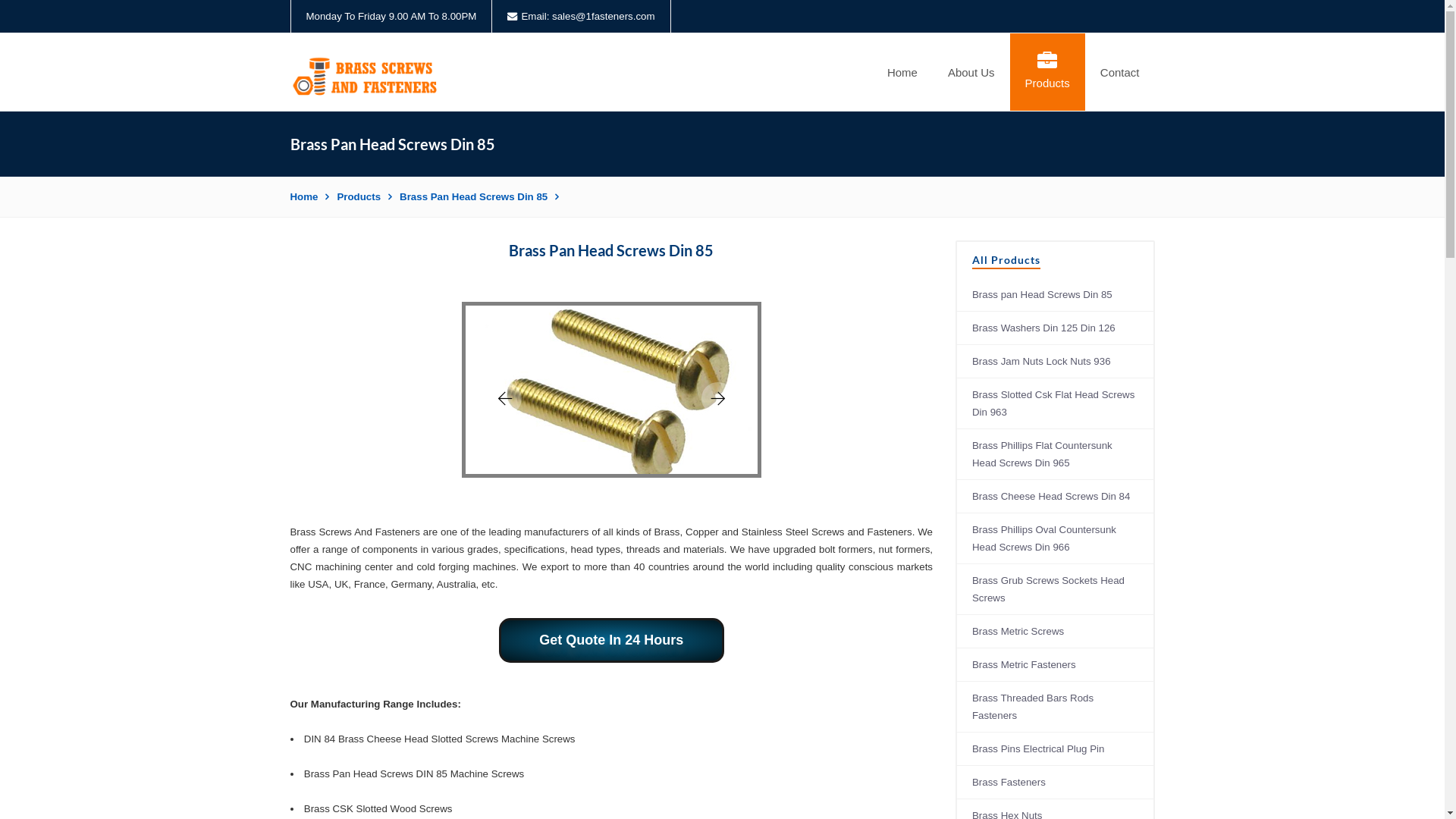 This screenshot has height=819, width=1456. I want to click on 'sales@1fasteners.com', so click(602, 16).